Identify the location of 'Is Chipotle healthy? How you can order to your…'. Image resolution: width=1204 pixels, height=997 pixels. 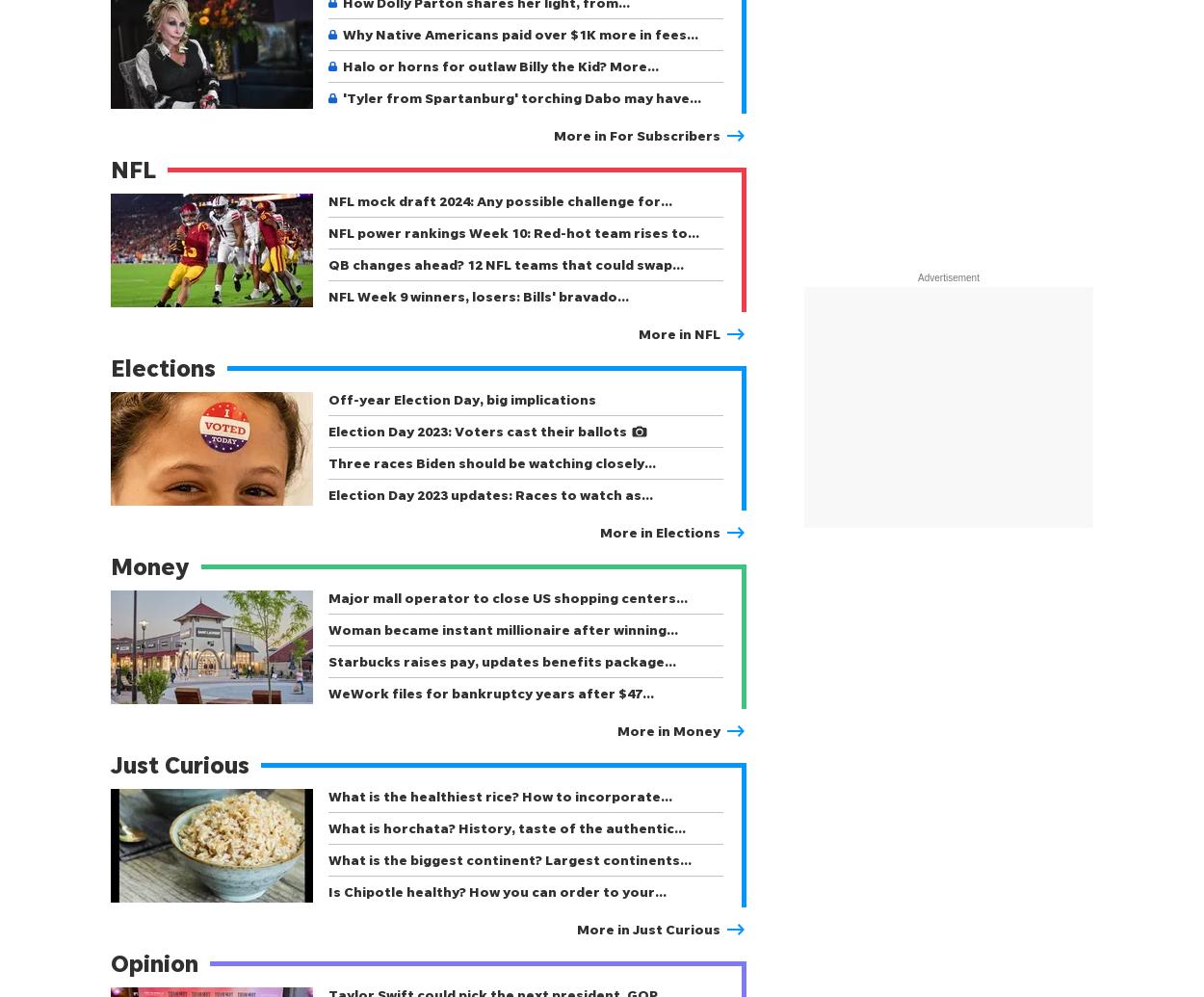
(497, 890).